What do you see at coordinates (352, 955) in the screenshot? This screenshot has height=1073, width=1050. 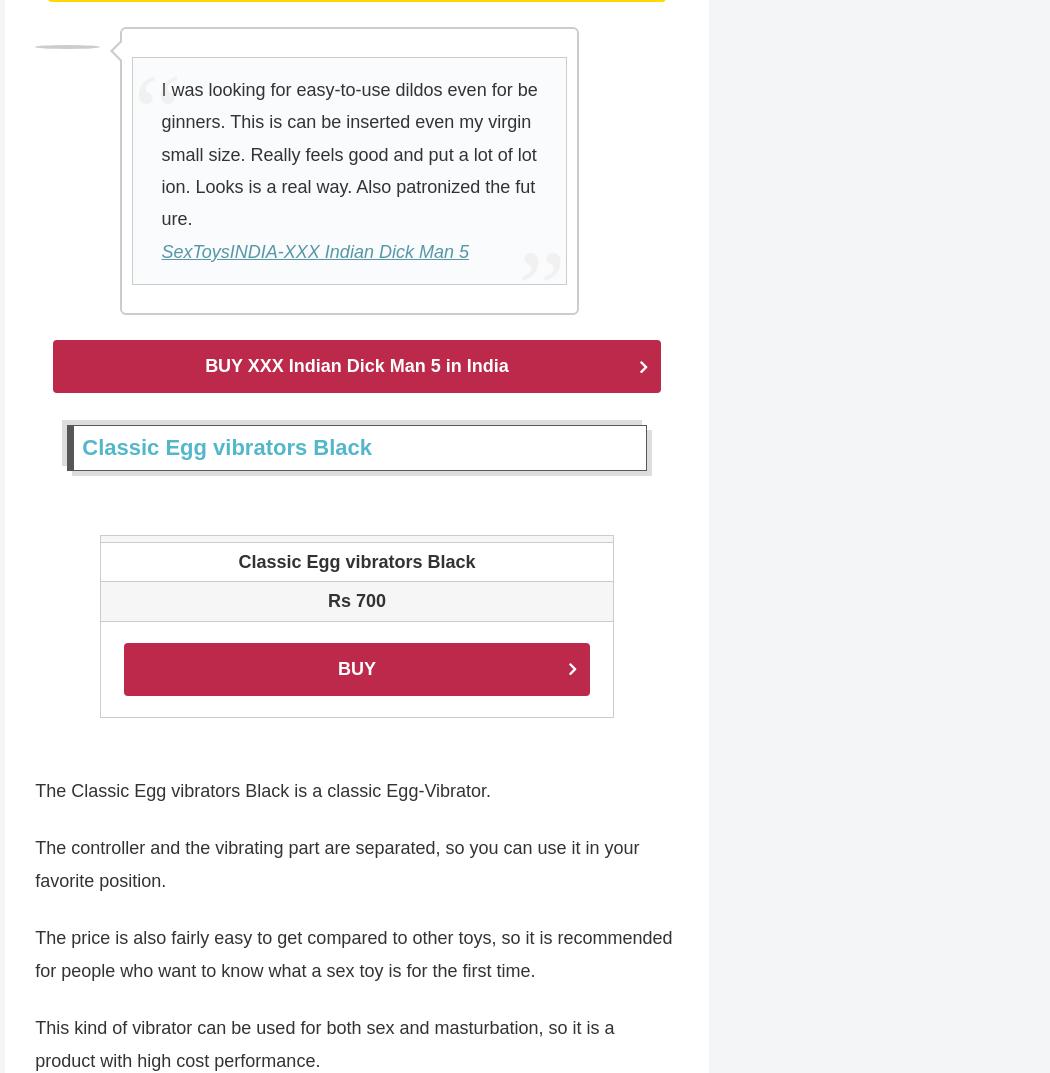 I see `'The price is also fairly easy to get compared to other toys, so it is recommended for people who want to know what a sex toy is for the first time.'` at bounding box center [352, 955].